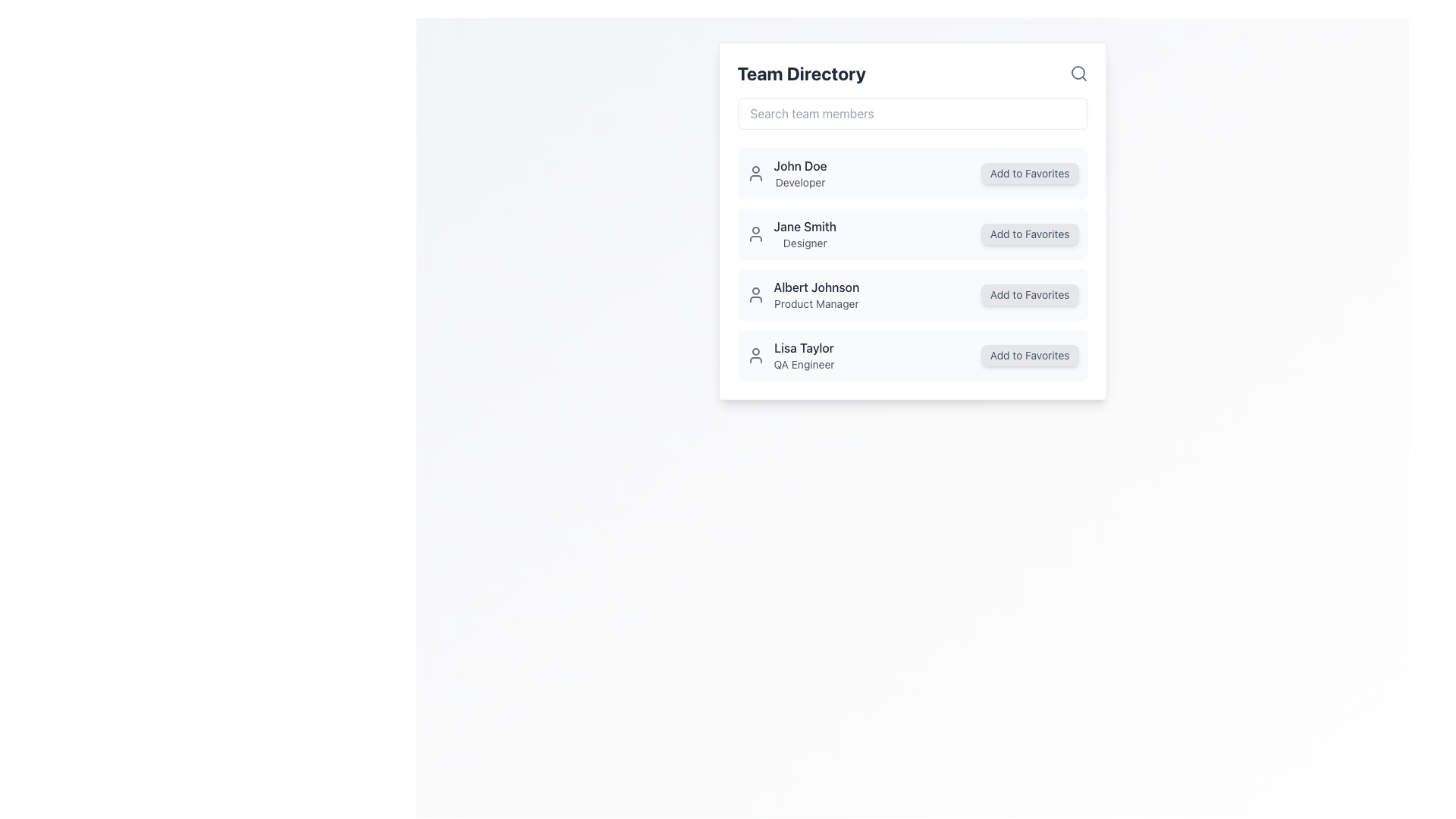  I want to click on the content of the Text Display element that shows the name and role of a team member, positioned in the second row of the team directory list, so click(804, 234).